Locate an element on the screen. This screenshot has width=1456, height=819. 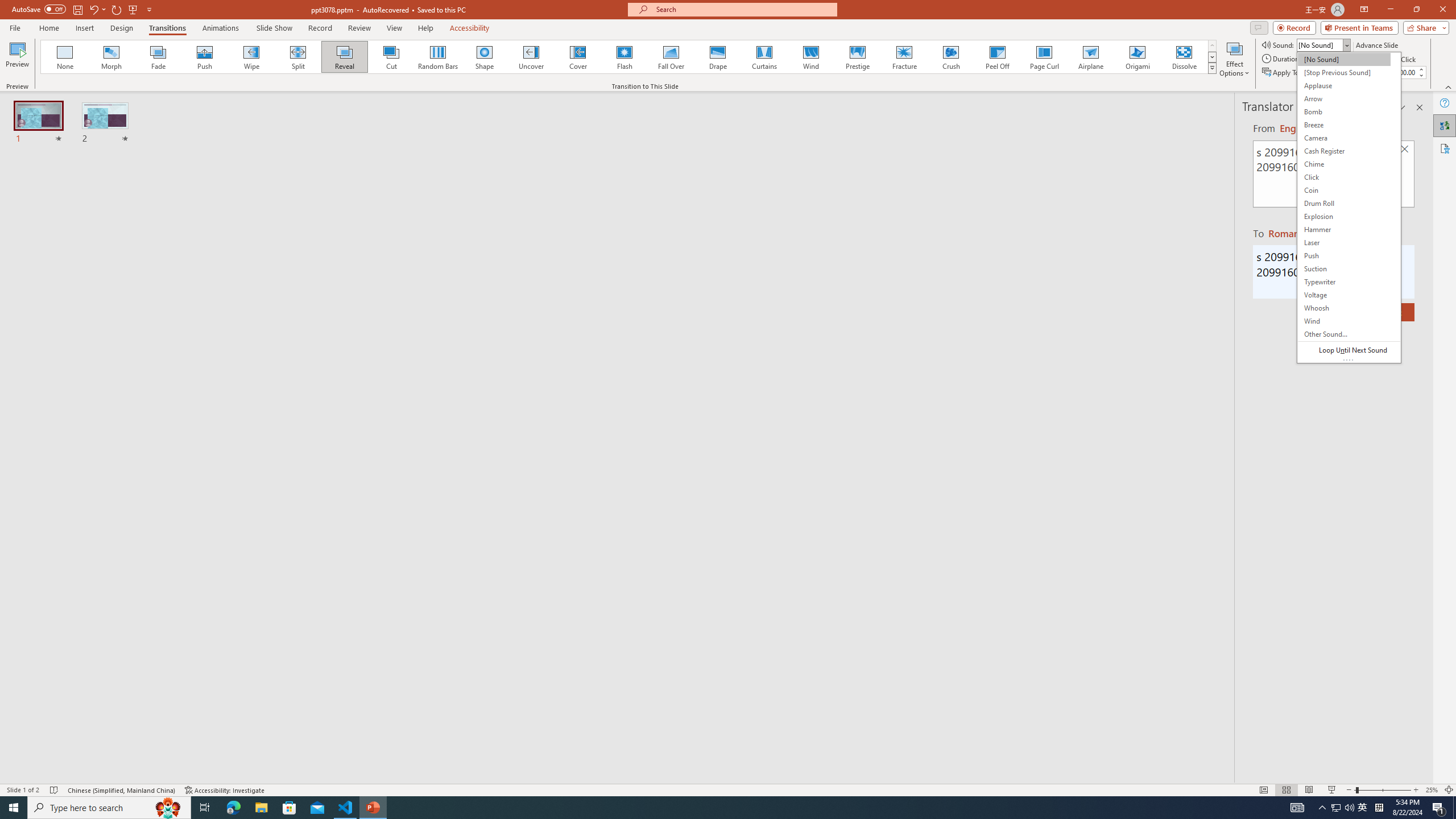
'Fall Over' is located at coordinates (671, 56).